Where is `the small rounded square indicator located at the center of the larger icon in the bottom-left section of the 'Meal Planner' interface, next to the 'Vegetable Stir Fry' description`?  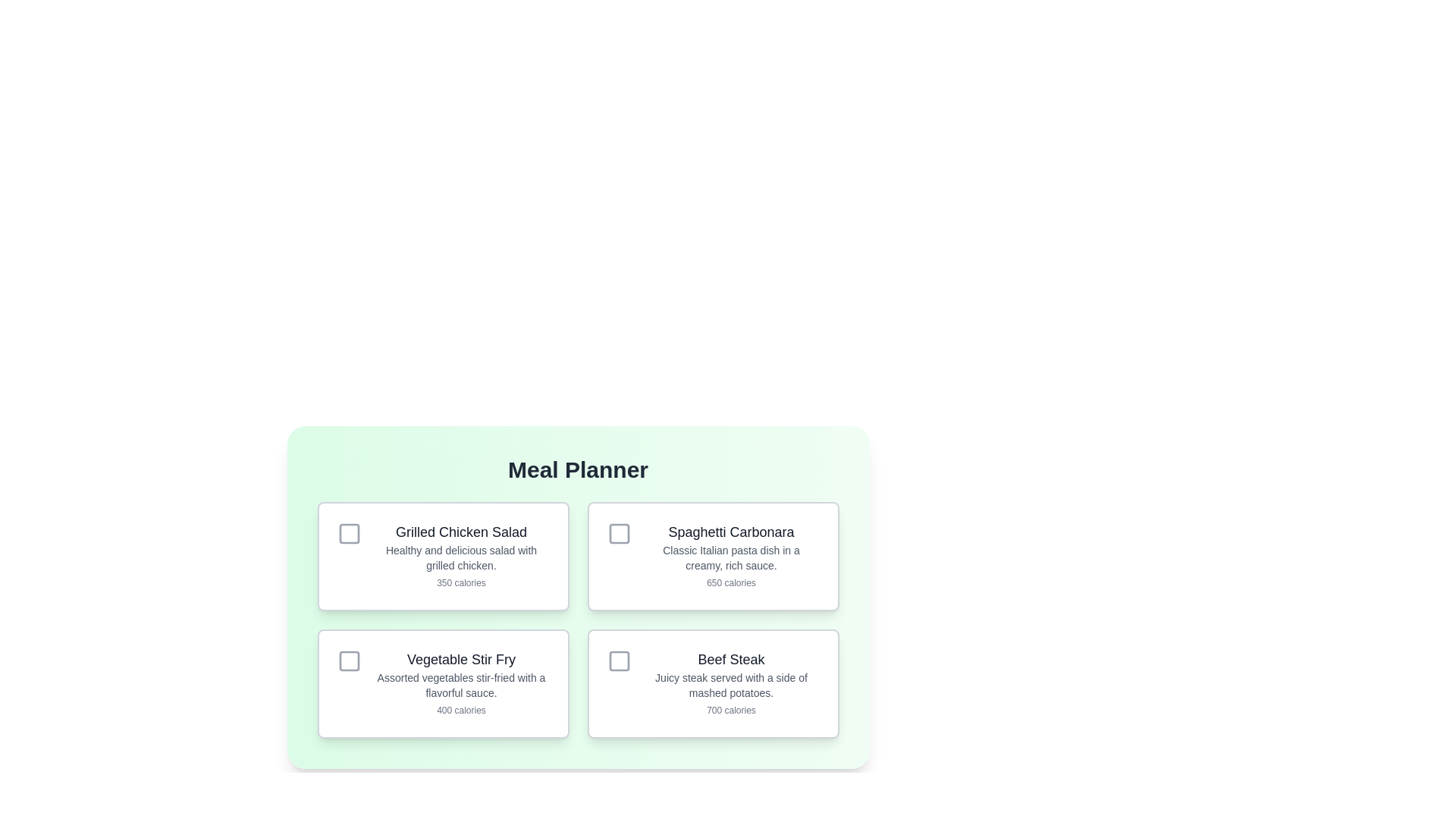
the small rounded square indicator located at the center of the larger icon in the bottom-left section of the 'Meal Planner' interface, next to the 'Vegetable Stir Fry' description is located at coordinates (348, 660).